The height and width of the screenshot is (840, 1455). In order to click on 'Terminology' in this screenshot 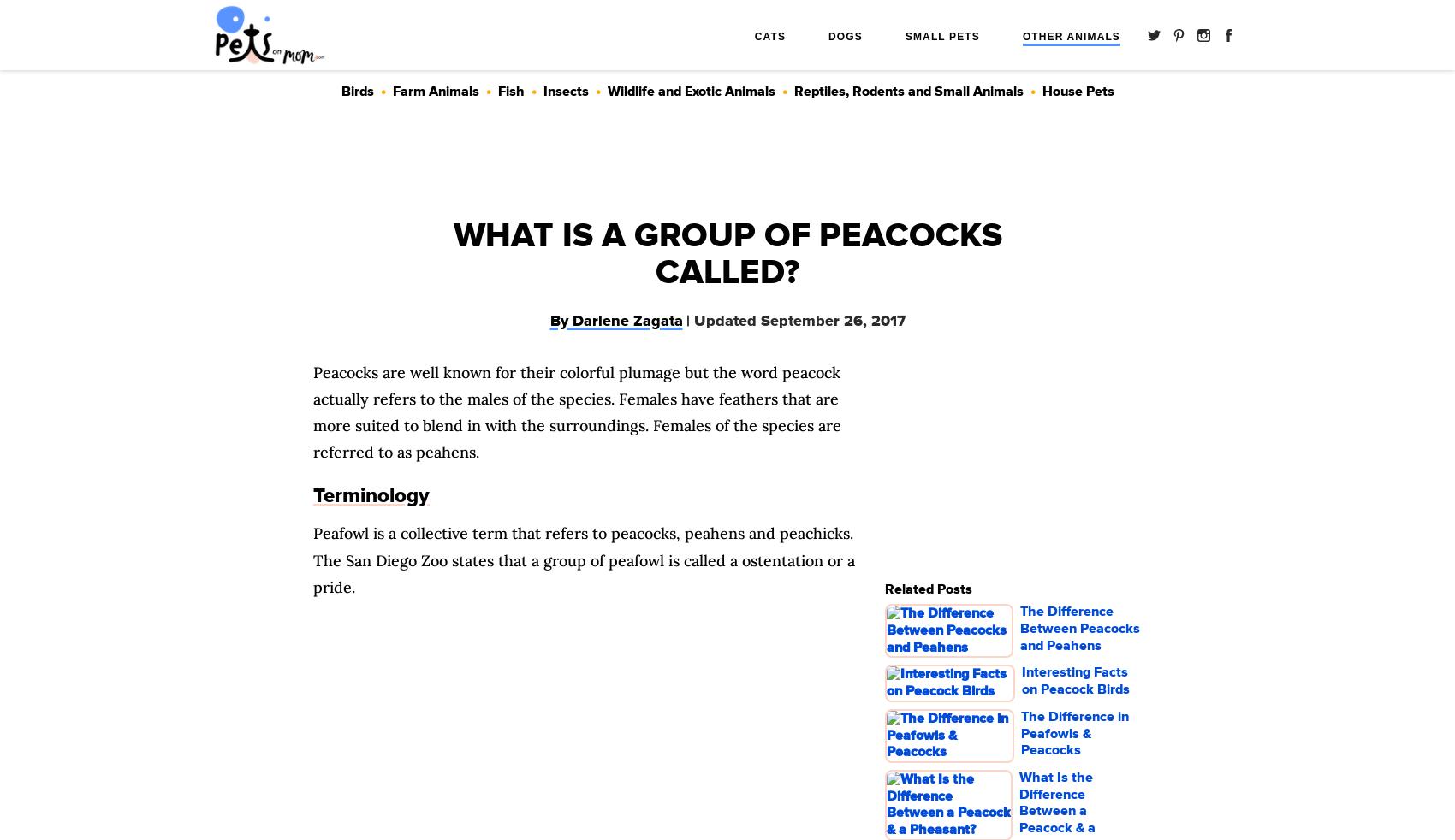, I will do `click(371, 494)`.